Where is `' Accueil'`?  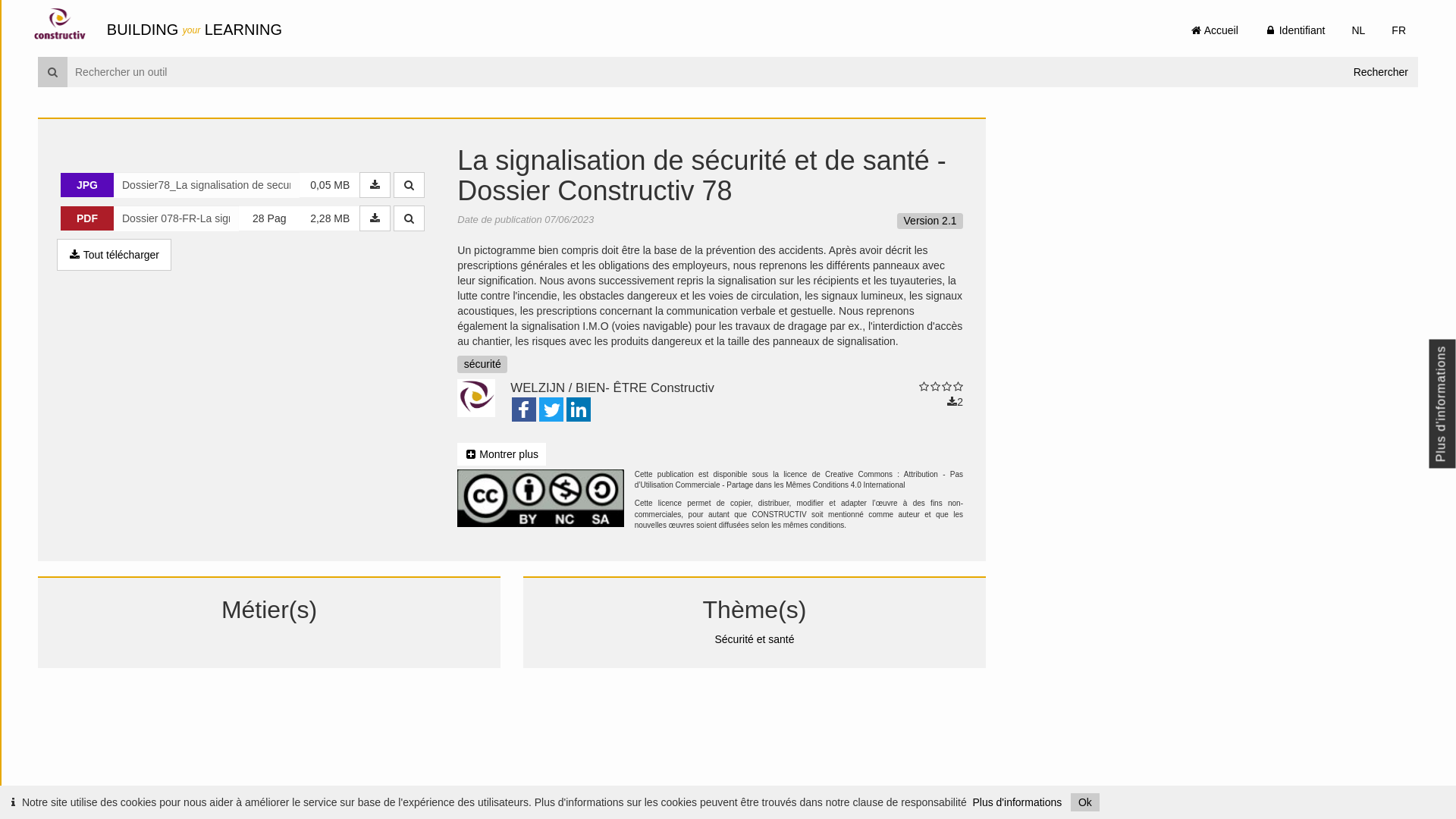 ' Accueil' is located at coordinates (1178, 30).